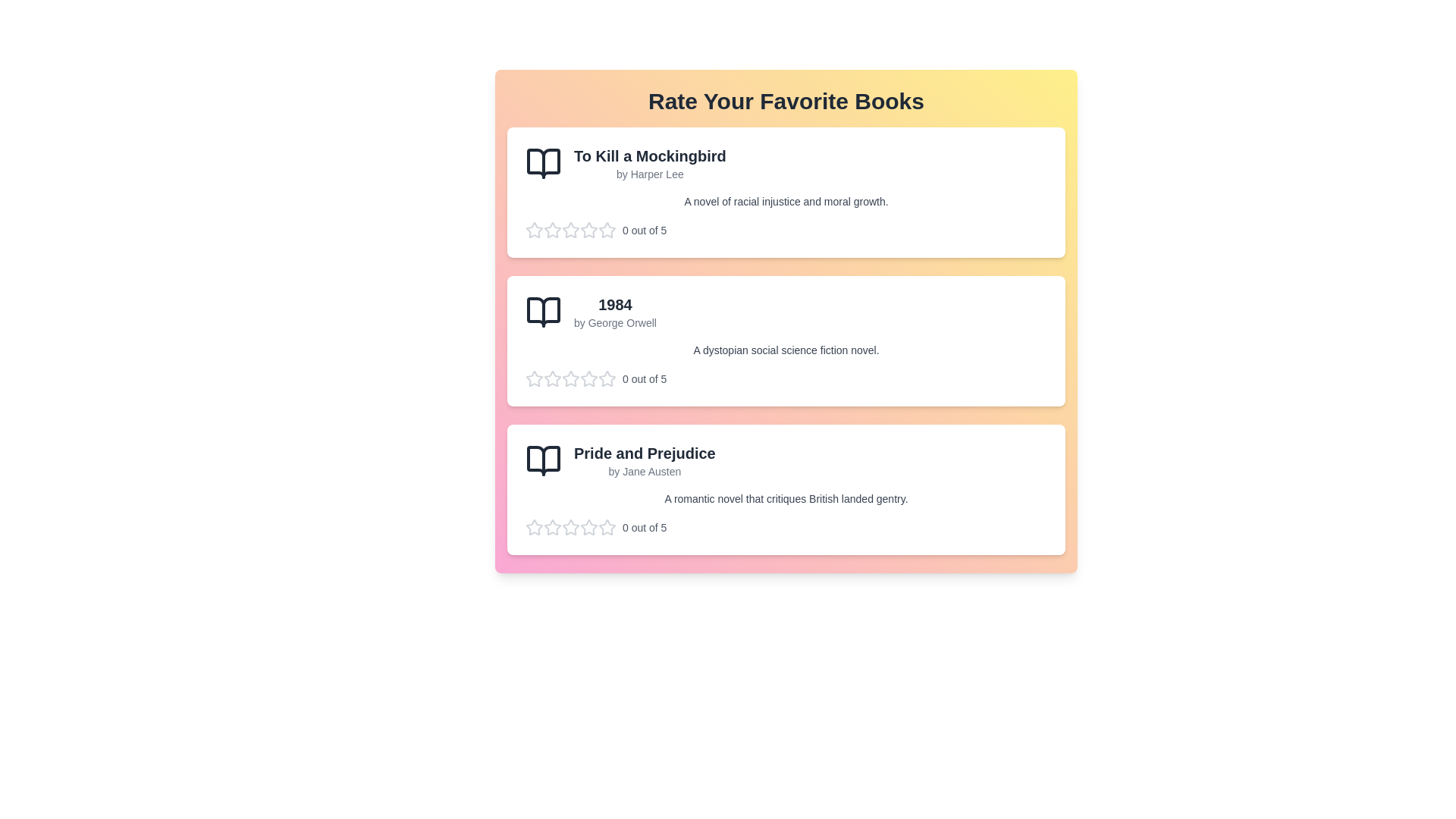  I want to click on the second star icon in the interactive rating system below 'To Kill a Mockingbird' to provide a rating, so click(552, 231).